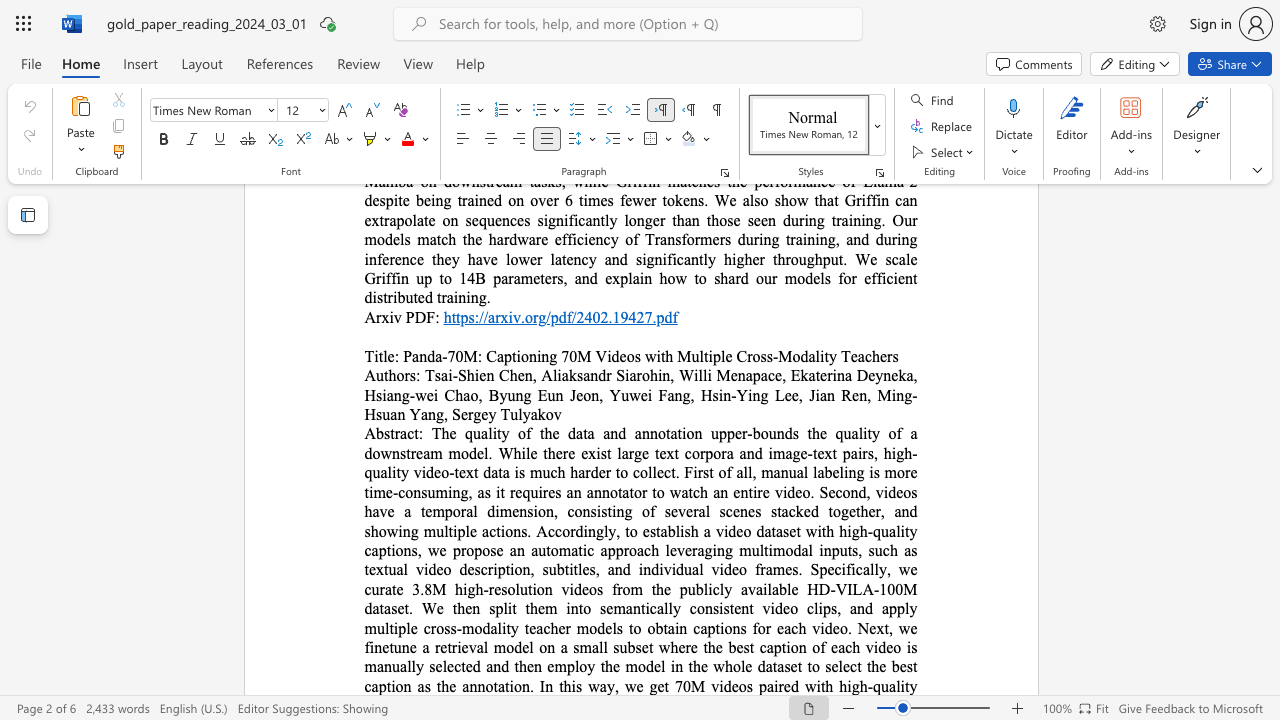 The width and height of the screenshot is (1280, 720). What do you see at coordinates (733, 607) in the screenshot?
I see `the subset text "ent video clips, and apply multiple cross-modality teacher models to obtain captions for eac" within the text "The quality of the data and annotation upper-bounds the quality of a downstream model. While there exist large text corpora and image-text pairs, high-quality video-text data is much harder to collect. First of all, manual labeling is more time-consuming, as it requires an annotator to watch an entire video. Second, videos have a temporal dimension, consisting of several scenes stacked together, and showing multiple actions. Accordingly, to establish a video dataset with high-quality captions, we propose an automatic approach leveraging multimodal inputs, such as textual video description, subtitles, and individual video frames. Specifically, we curate 3.8M high-resolution videos from the publicly available HD-VILA-100M dataset. We then split them into semantically consistent video clips, and apply multiple cross-modality teacher models to obtain captions for each video. Next, we finetune a retrieval model on a small subset where the best caption of each video is manually selected and then employ the model in the whole dataset to select the best caption as the annotation. In"` at bounding box center [733, 607].